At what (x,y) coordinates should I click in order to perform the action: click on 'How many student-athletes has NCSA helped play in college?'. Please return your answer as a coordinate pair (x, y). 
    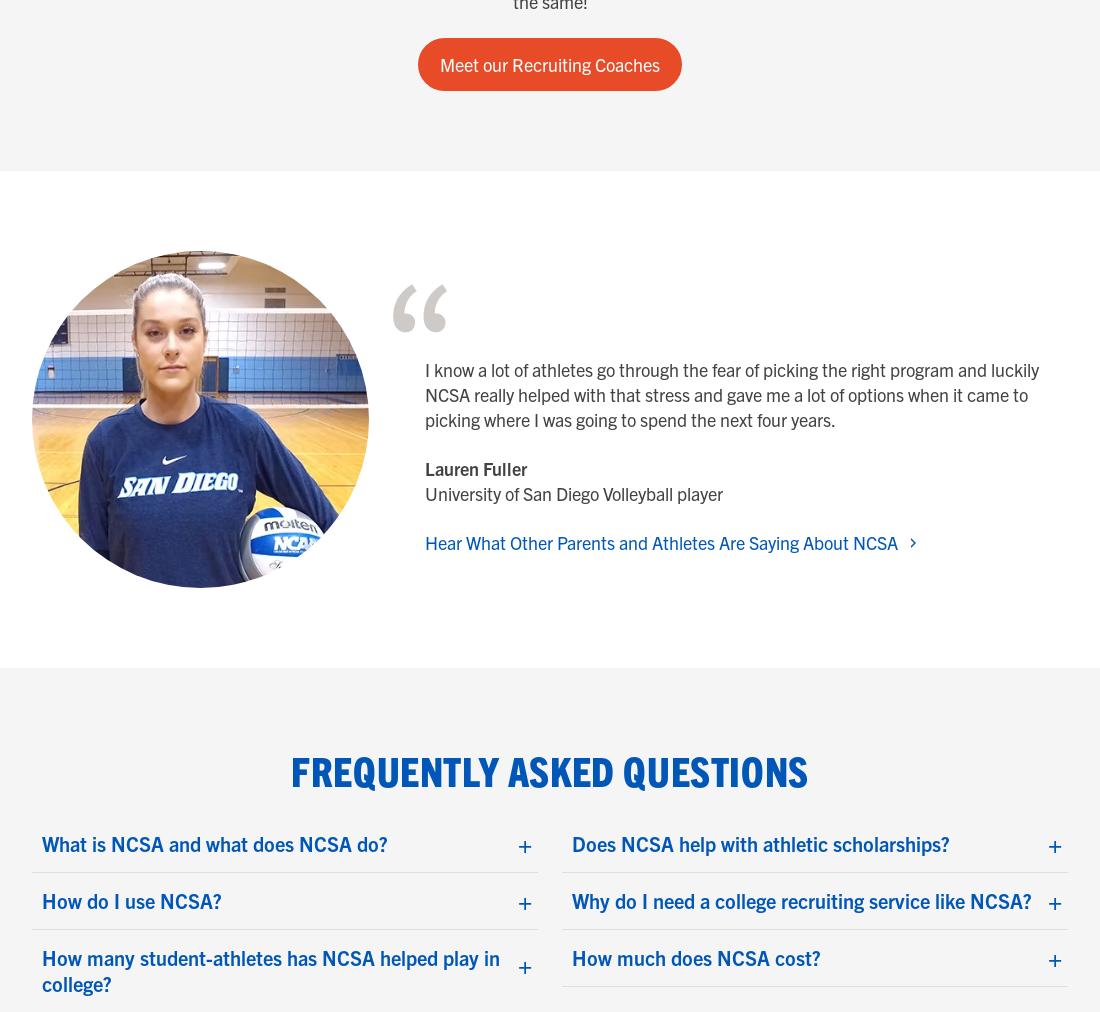
    Looking at the image, I should click on (41, 970).